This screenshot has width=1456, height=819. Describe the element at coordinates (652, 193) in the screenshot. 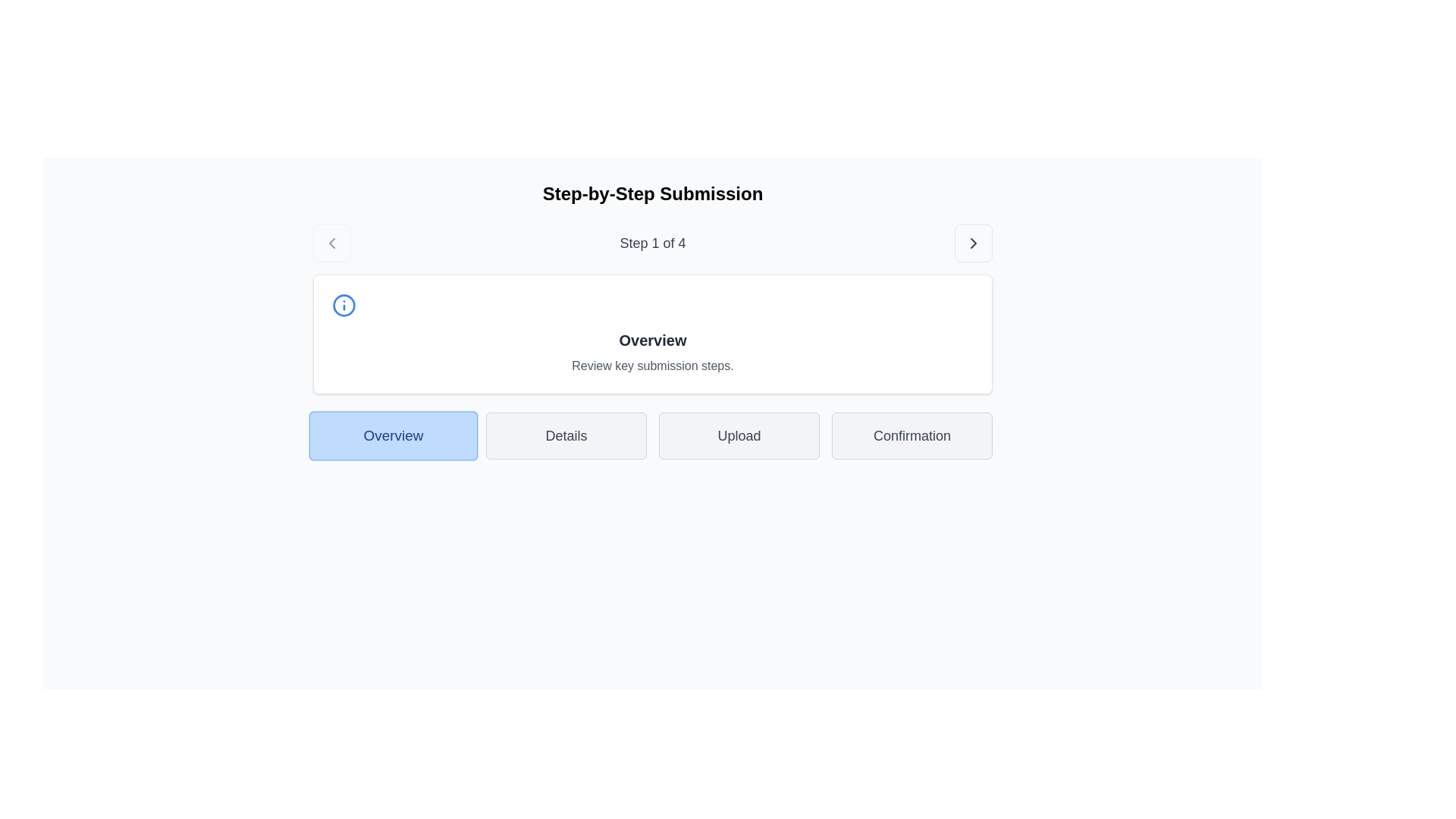

I see `the bold text element displaying 'Step-by-Step Submission' which is positioned at the top of the interface, serving as the title for the section` at that location.